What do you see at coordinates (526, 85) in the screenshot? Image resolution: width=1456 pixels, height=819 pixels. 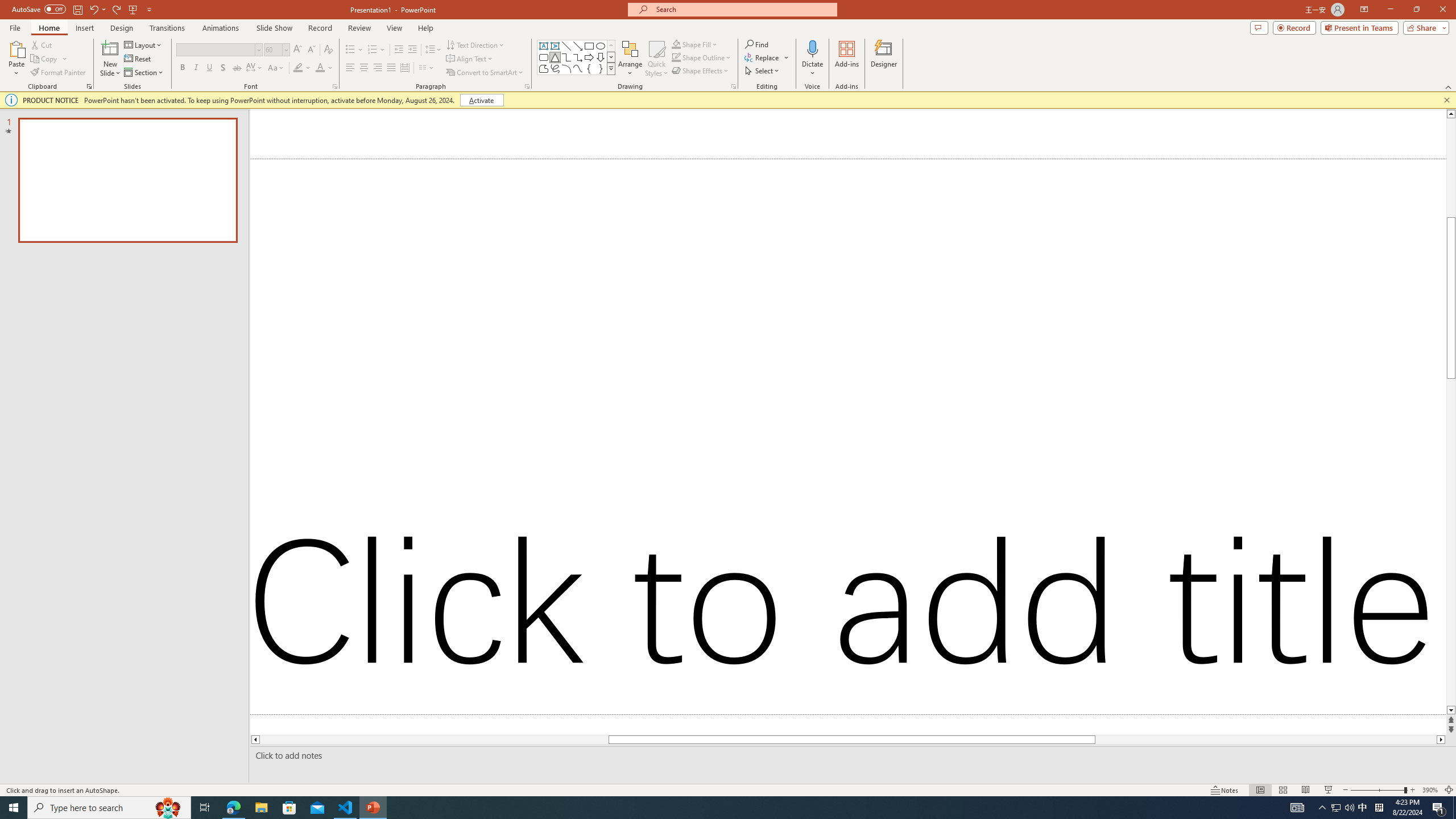 I see `'Paragraph...'` at bounding box center [526, 85].